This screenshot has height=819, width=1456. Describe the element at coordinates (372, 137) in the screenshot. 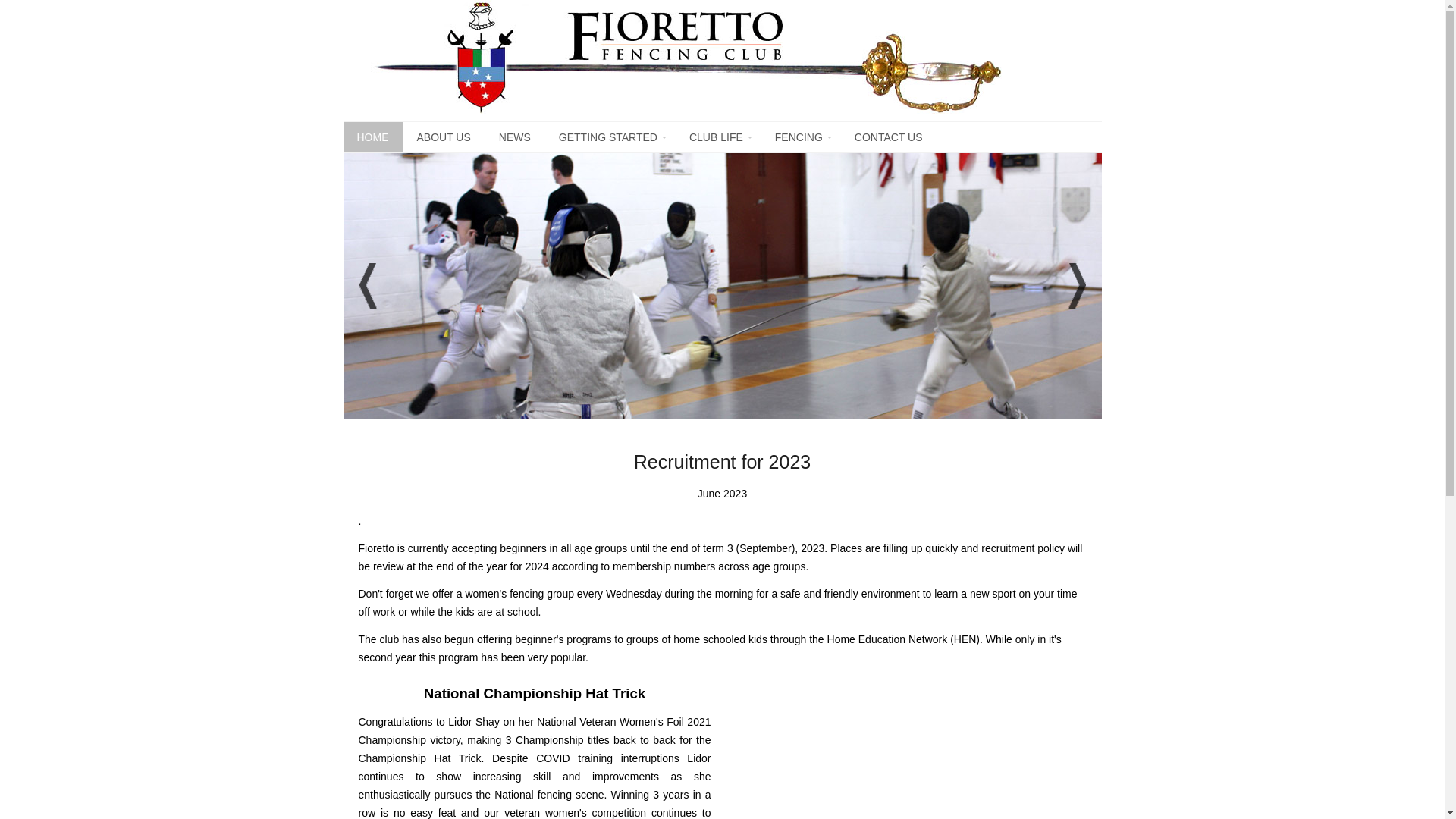

I see `'HOME'` at that location.